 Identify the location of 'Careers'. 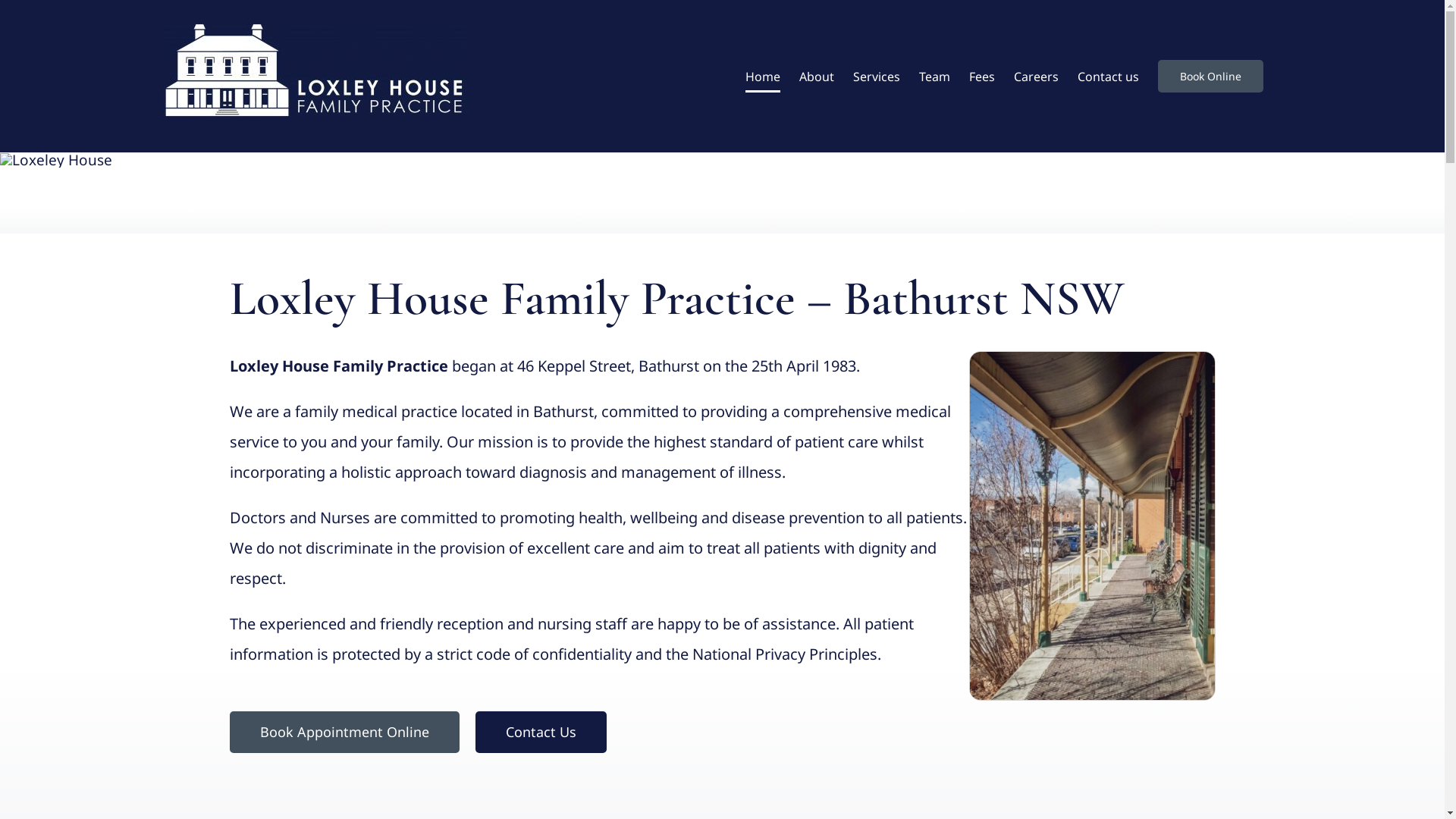
(1034, 76).